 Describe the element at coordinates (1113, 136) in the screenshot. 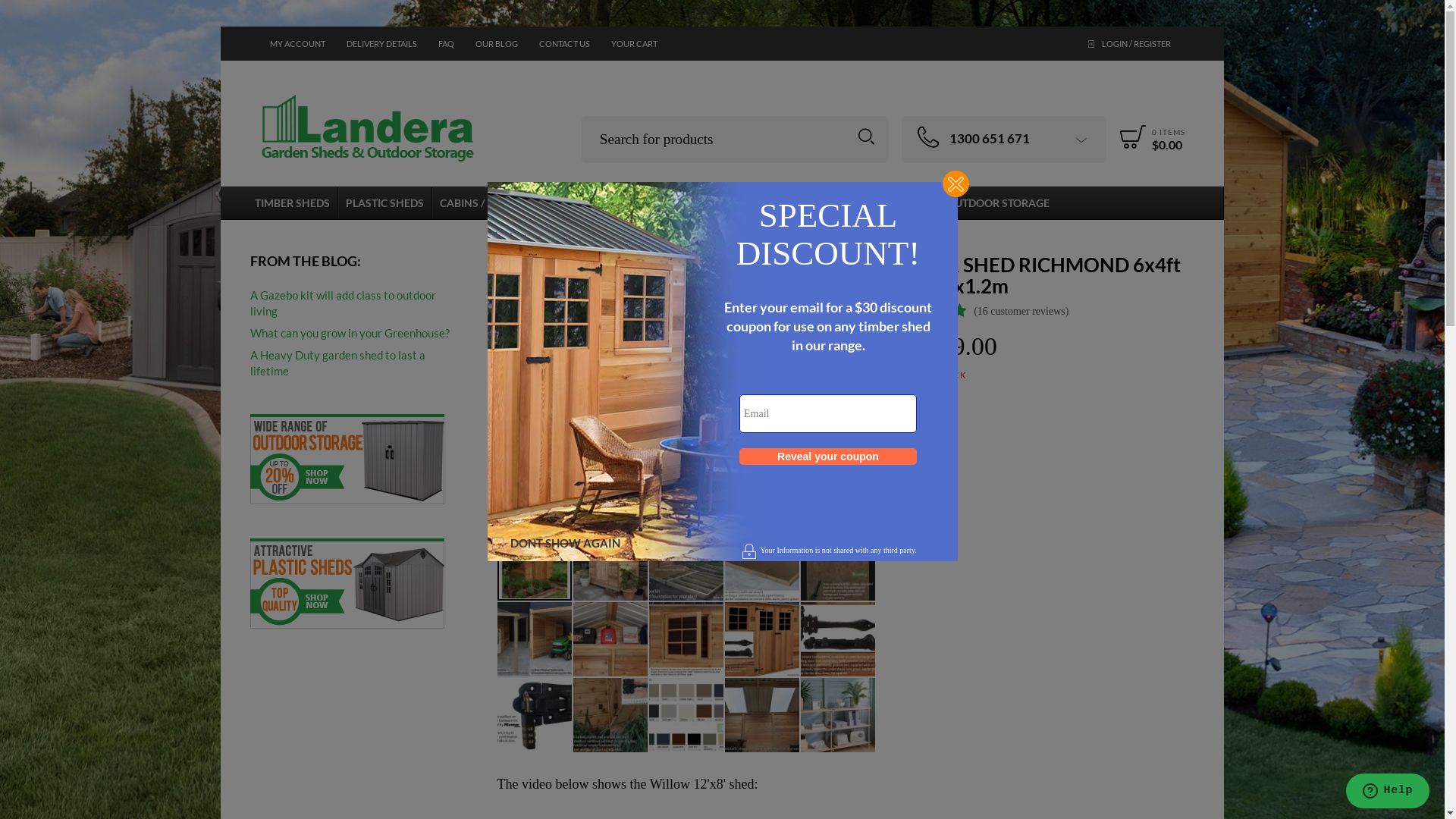

I see `'0 ITEMS` at that location.